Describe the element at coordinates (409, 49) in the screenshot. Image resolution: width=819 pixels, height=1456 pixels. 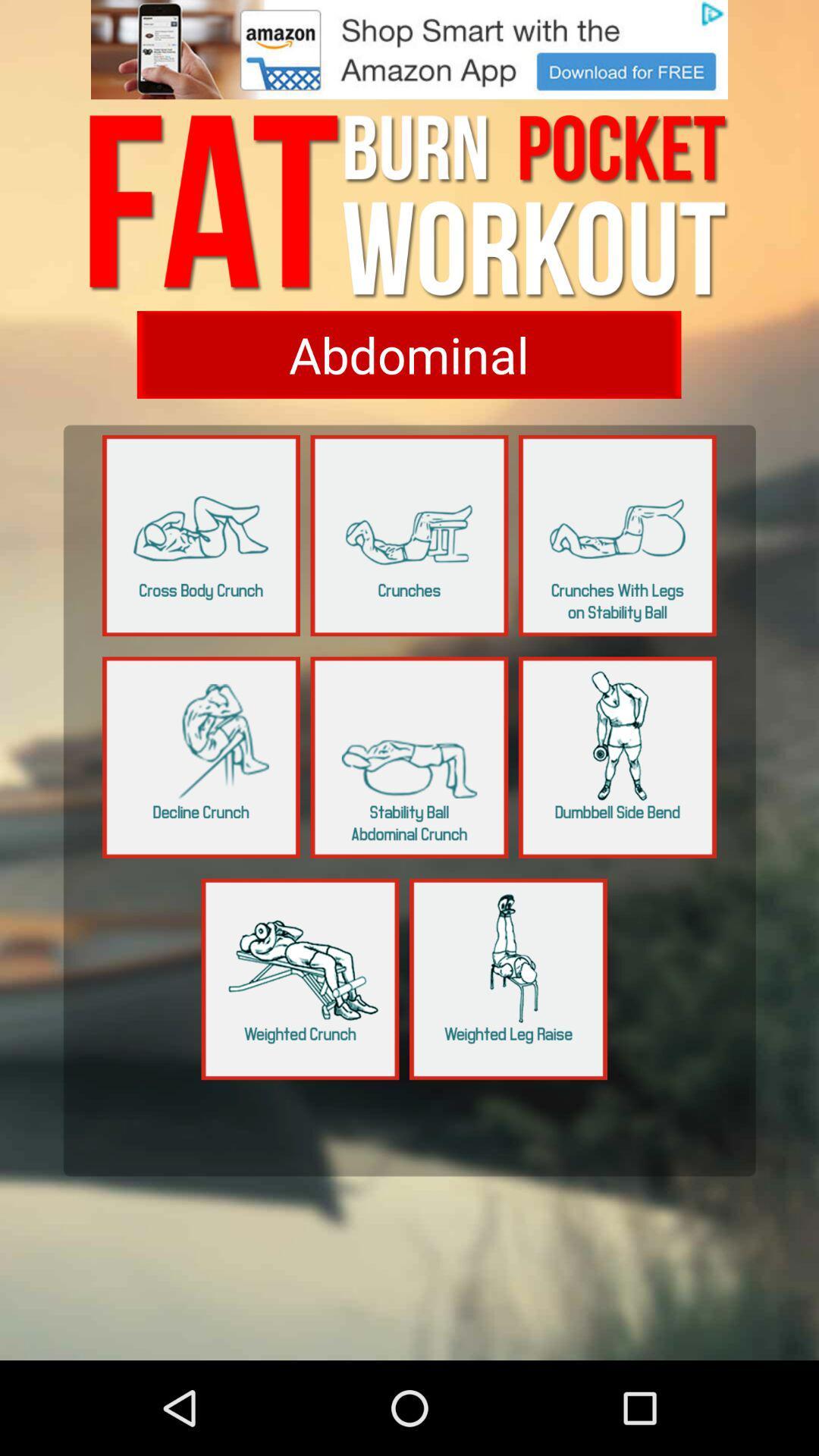
I see `image icon` at that location.